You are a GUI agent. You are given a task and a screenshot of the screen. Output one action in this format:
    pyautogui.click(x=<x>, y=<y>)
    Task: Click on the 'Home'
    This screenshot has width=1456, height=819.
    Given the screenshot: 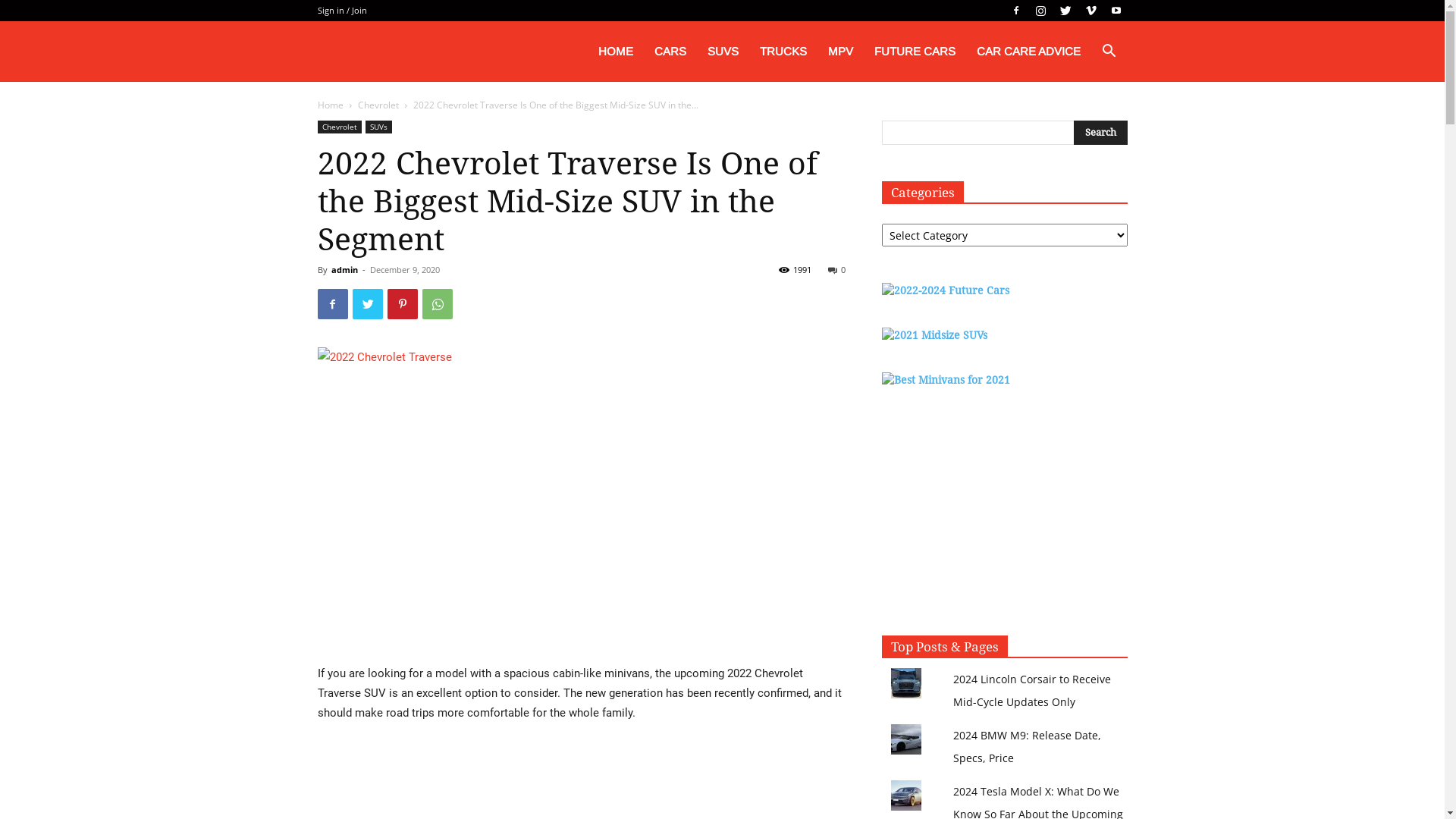 What is the action you would take?
    pyautogui.click(x=329, y=104)
    